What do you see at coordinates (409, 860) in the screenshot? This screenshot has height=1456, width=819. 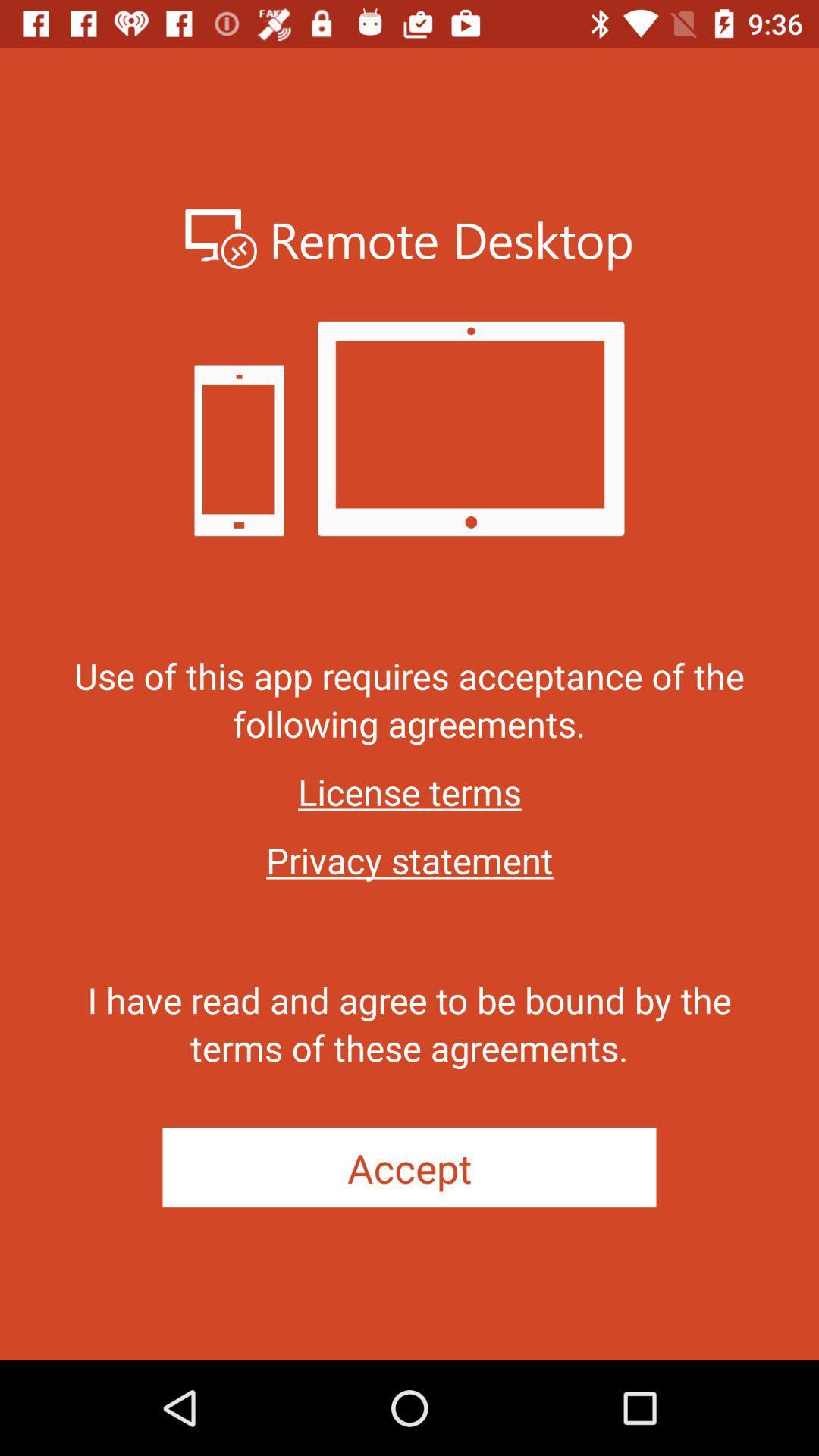 I see `item below license terms icon` at bounding box center [409, 860].